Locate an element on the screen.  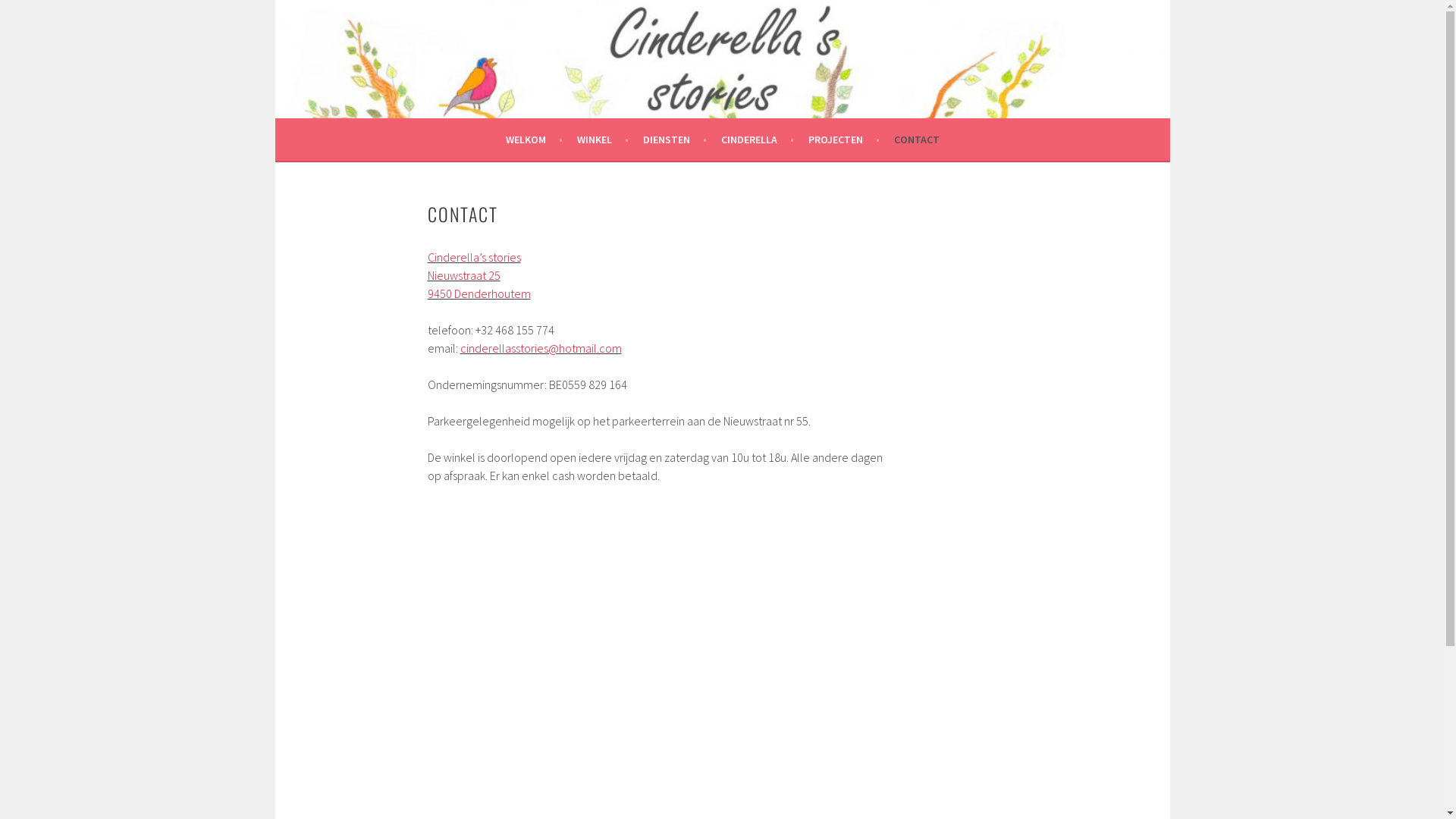
'9450 Denderhoutem' is located at coordinates (479, 293).